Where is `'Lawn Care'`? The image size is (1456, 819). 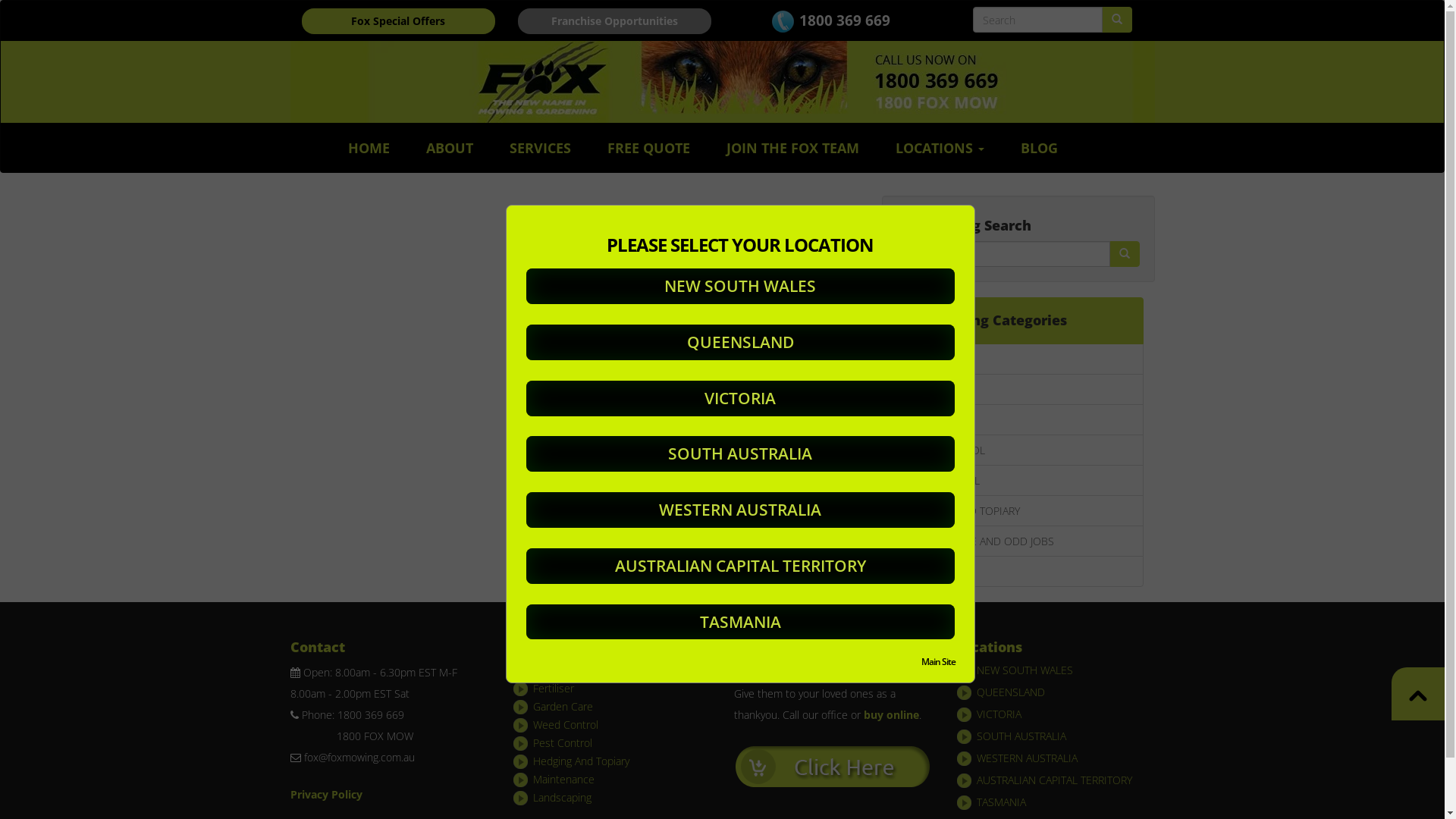
'Lawn Care' is located at coordinates (557, 669).